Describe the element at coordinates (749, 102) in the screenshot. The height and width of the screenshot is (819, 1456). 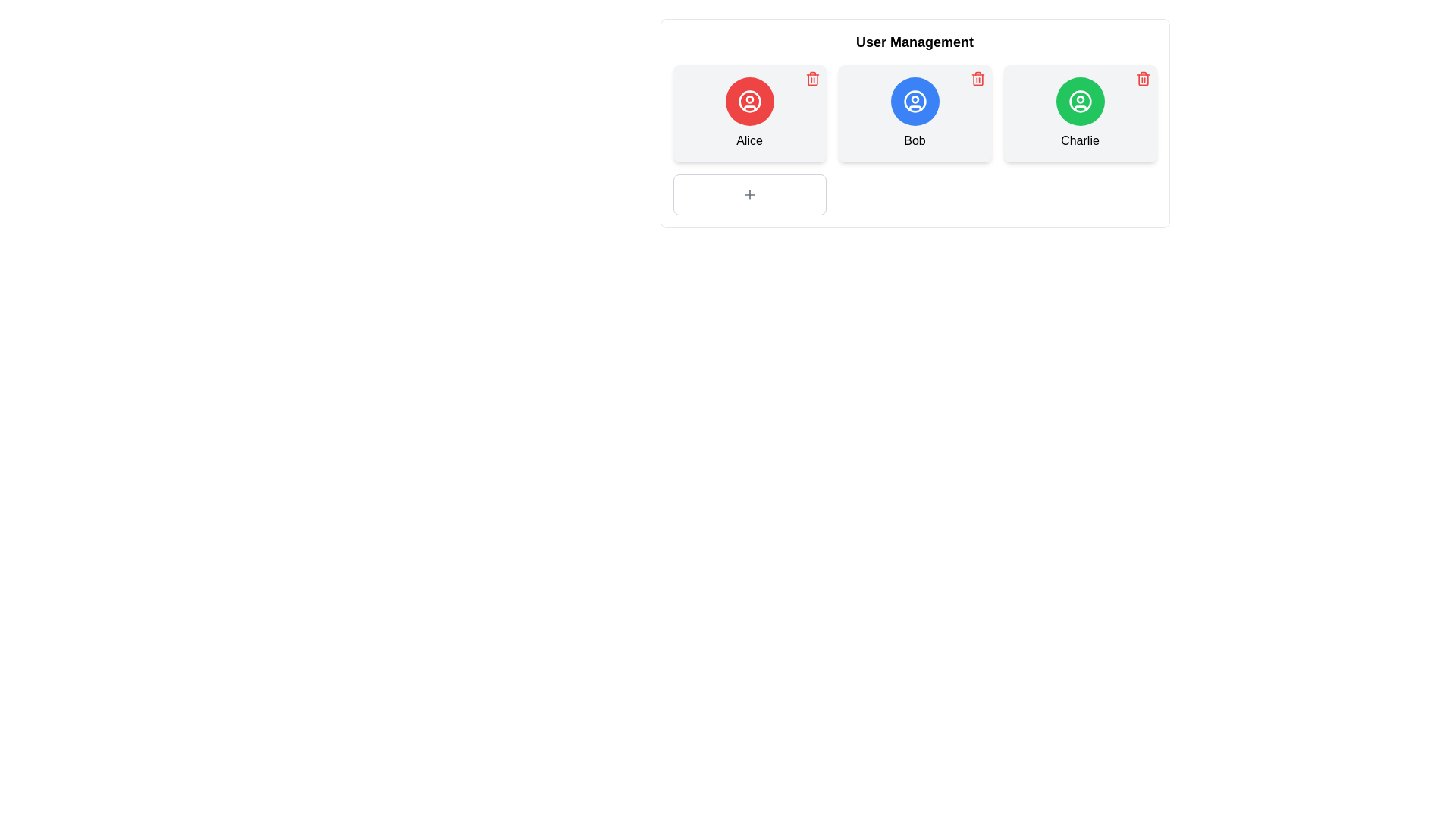
I see `the circular user icon with a red background and a white user icon centered in it, located at the top of the 'Alice' card` at that location.